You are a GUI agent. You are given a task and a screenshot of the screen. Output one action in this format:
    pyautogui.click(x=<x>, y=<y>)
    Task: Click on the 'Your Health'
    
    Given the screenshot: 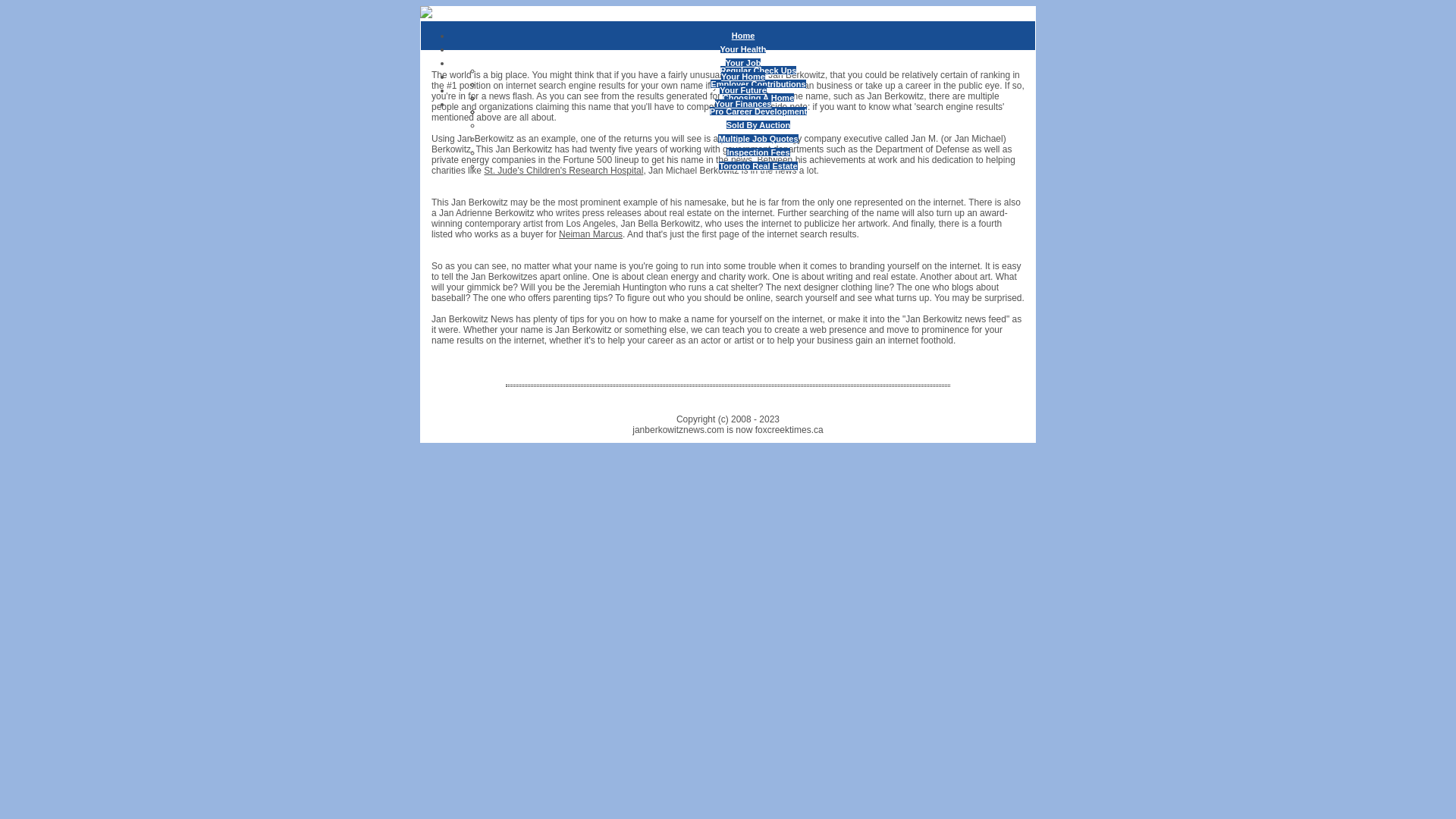 What is the action you would take?
    pyautogui.click(x=743, y=49)
    